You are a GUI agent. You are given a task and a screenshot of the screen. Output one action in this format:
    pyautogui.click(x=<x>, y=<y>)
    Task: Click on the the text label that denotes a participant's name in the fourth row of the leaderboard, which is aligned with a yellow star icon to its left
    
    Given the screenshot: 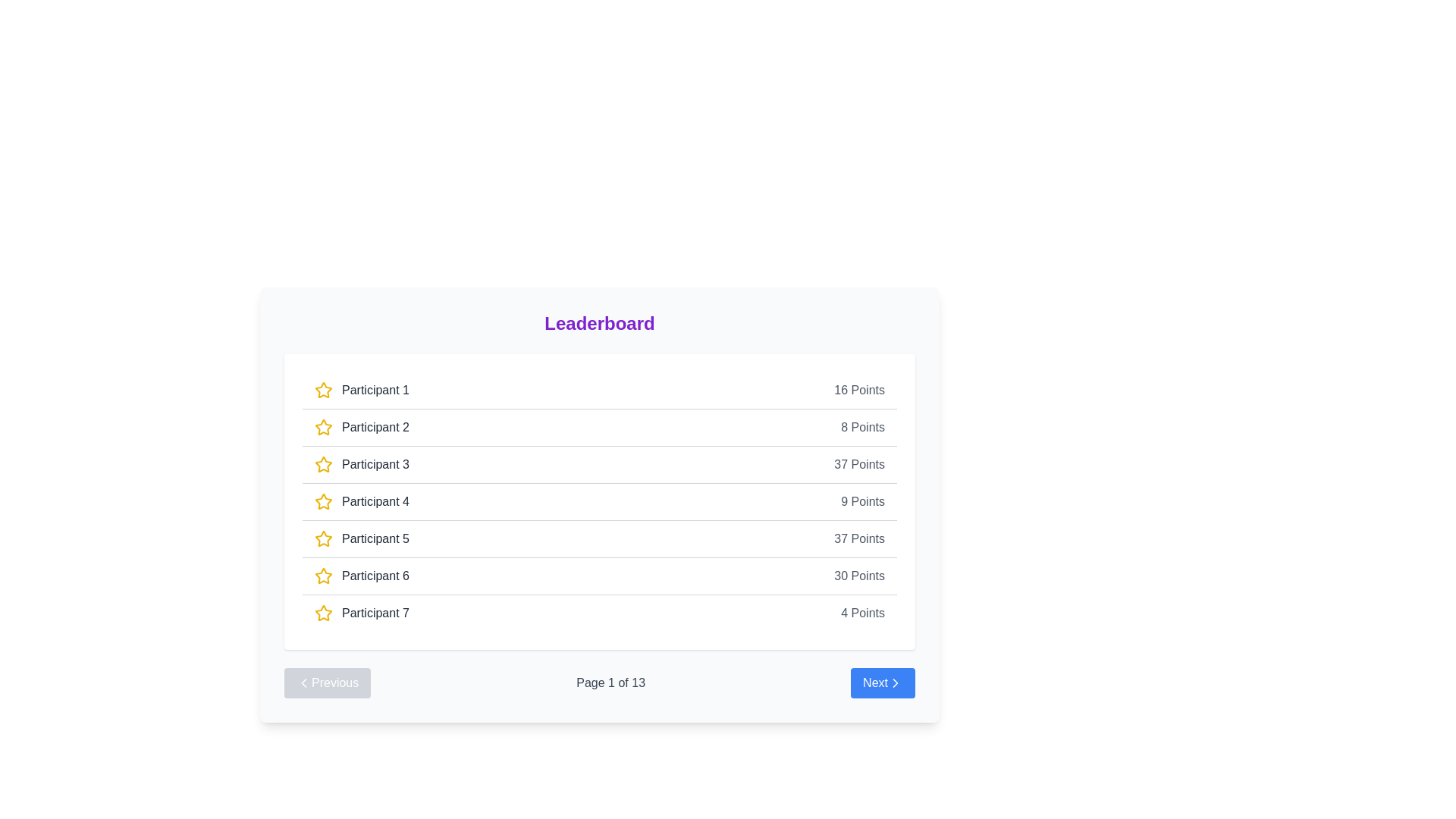 What is the action you would take?
    pyautogui.click(x=361, y=502)
    